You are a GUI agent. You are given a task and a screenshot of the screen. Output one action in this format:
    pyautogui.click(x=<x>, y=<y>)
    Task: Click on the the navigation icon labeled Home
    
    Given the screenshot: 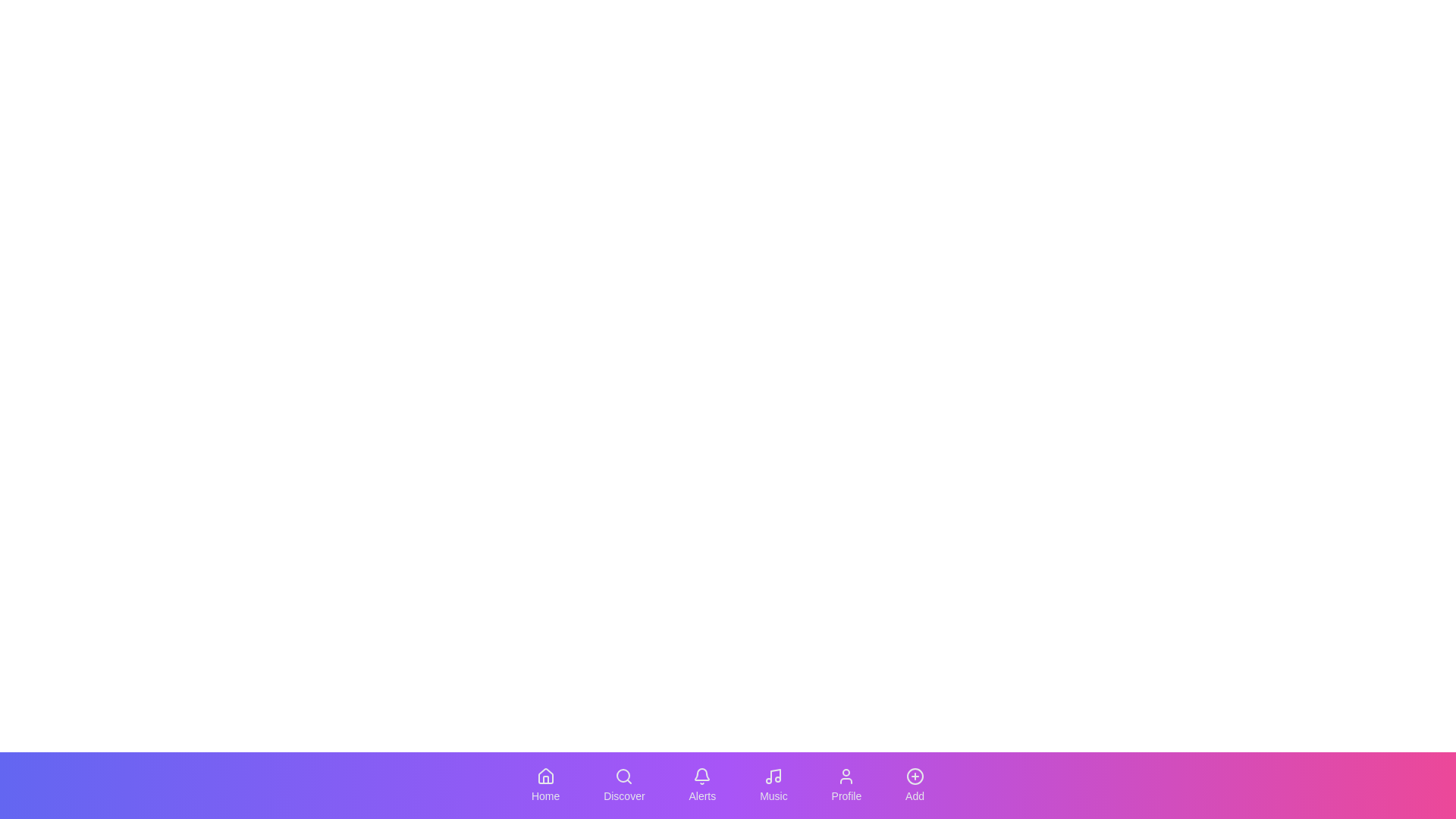 What is the action you would take?
    pyautogui.click(x=545, y=785)
    